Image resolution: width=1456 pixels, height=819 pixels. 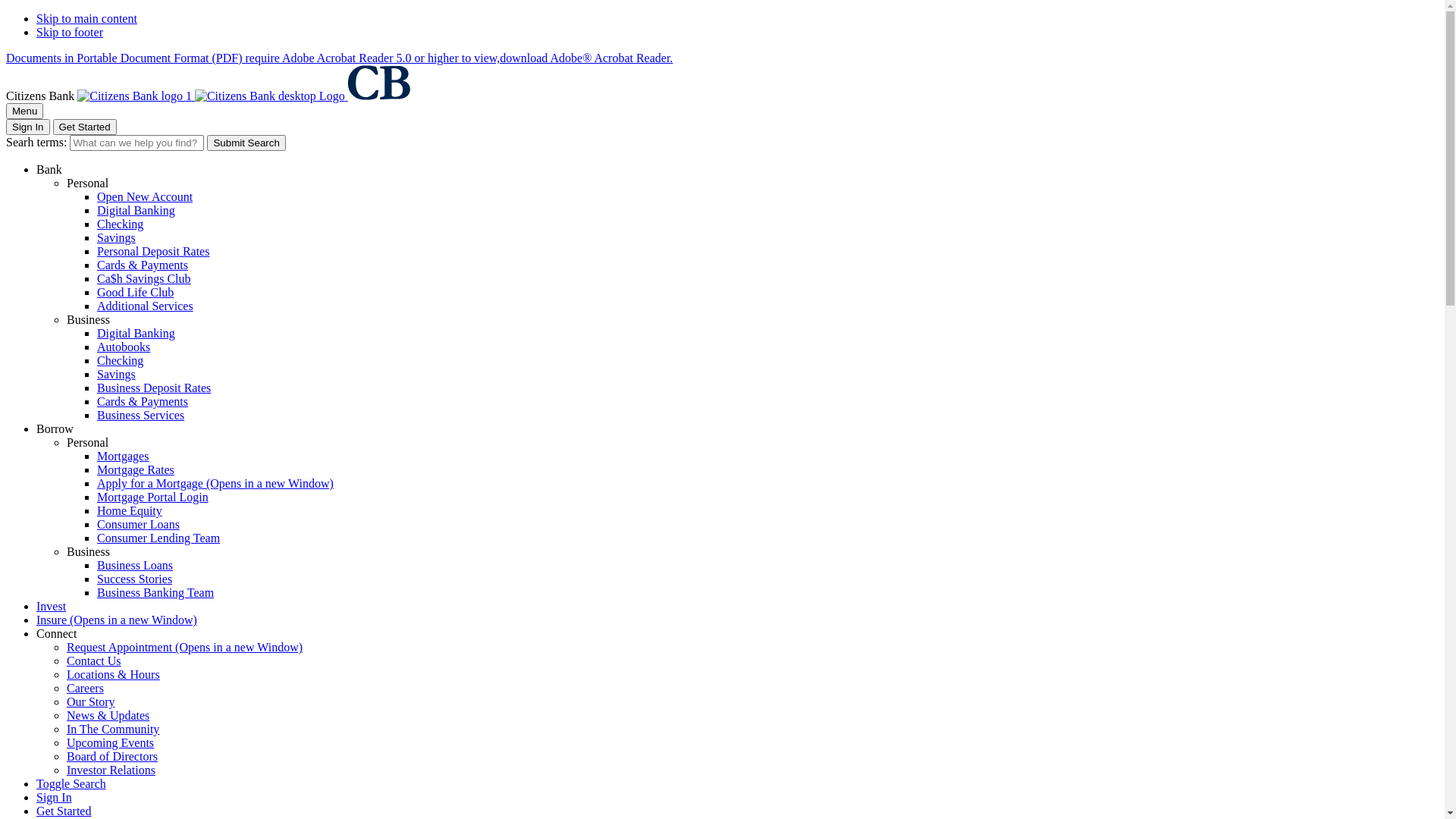 What do you see at coordinates (158, 537) in the screenshot?
I see `'Consumer Lending Team'` at bounding box center [158, 537].